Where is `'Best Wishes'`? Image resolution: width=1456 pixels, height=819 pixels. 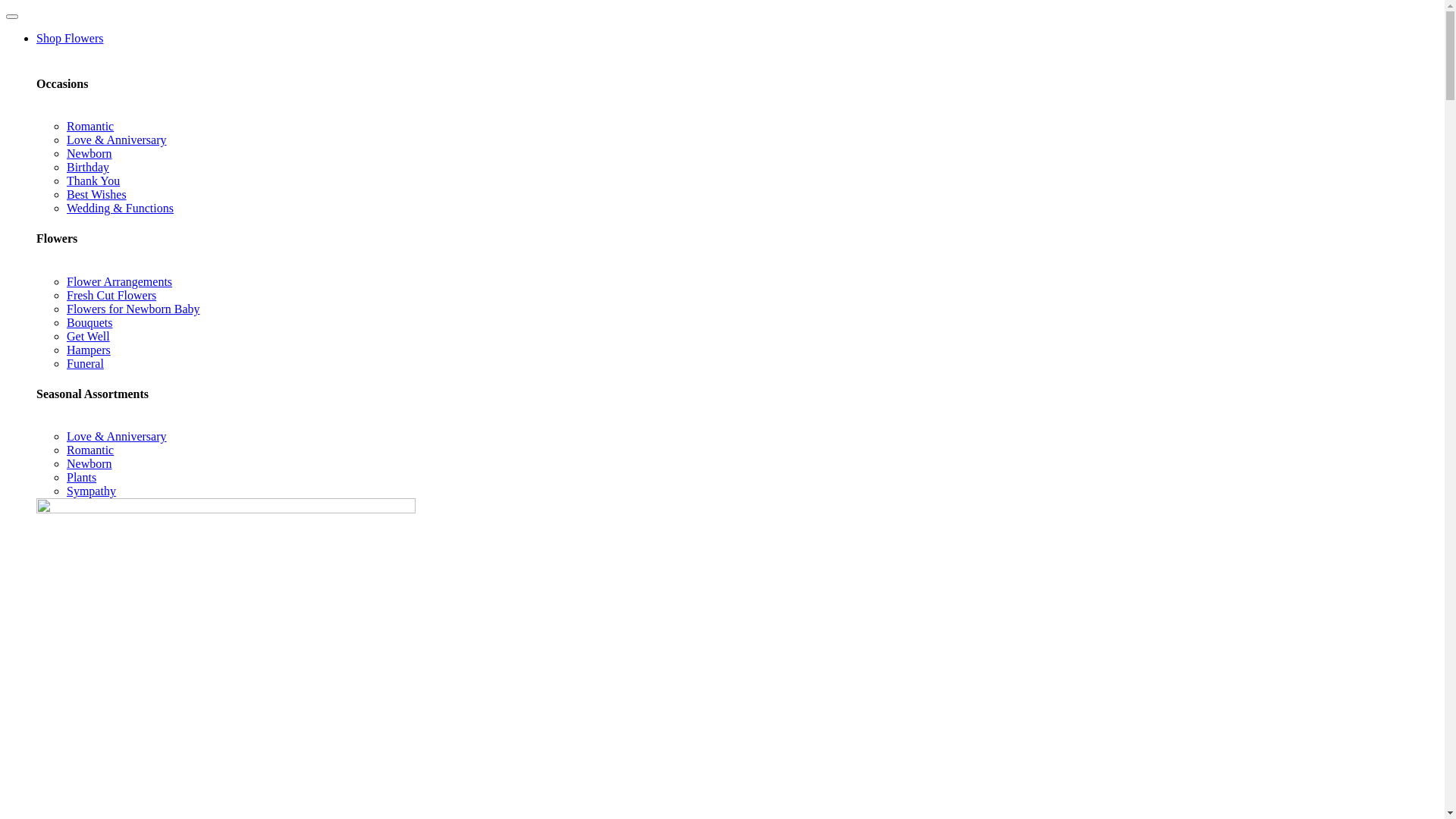
'Best Wishes' is located at coordinates (96, 193).